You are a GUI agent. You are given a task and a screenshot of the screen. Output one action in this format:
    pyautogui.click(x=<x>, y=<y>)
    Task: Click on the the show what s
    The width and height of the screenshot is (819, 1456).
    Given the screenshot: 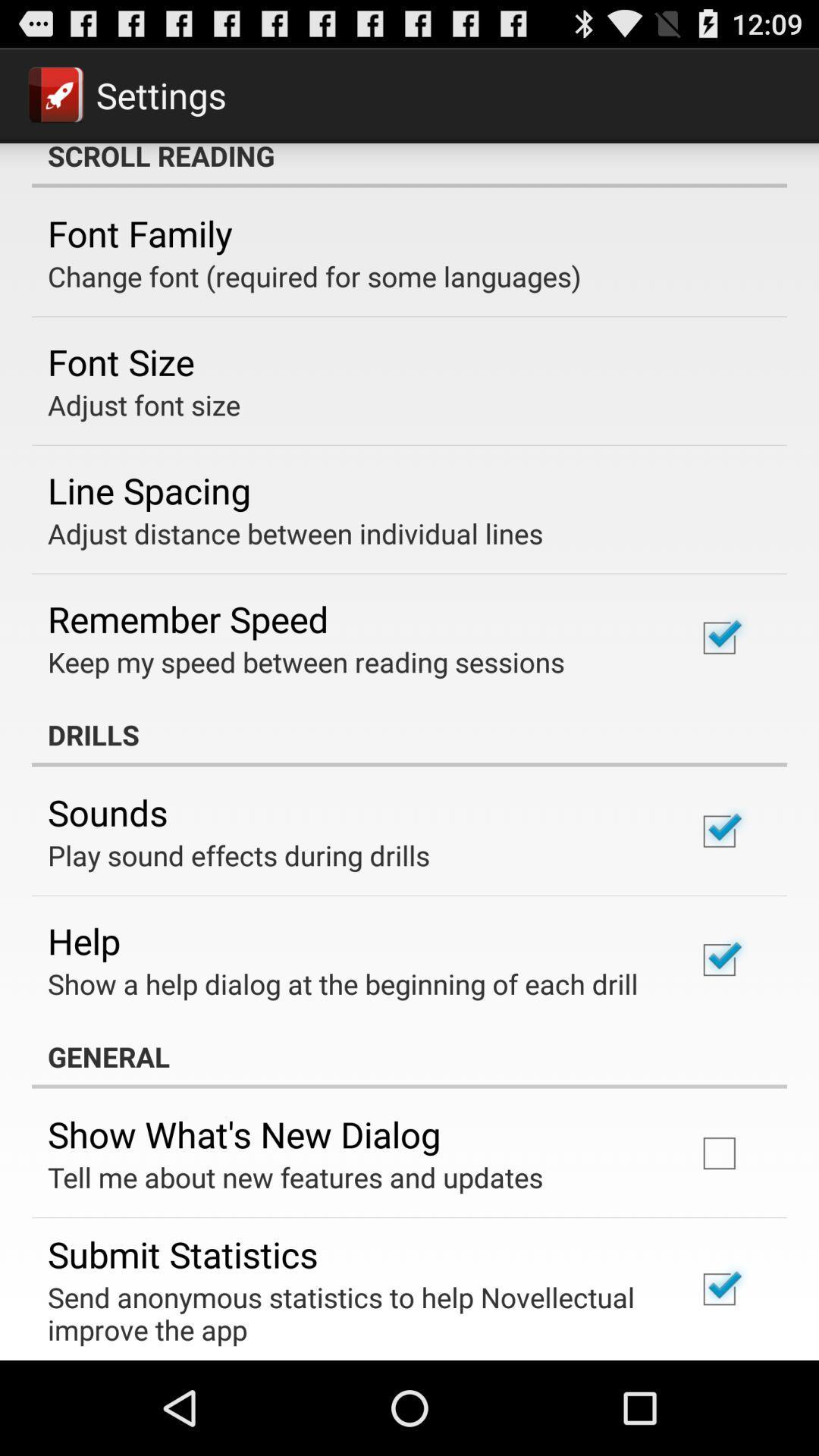 What is the action you would take?
    pyautogui.click(x=243, y=1134)
    